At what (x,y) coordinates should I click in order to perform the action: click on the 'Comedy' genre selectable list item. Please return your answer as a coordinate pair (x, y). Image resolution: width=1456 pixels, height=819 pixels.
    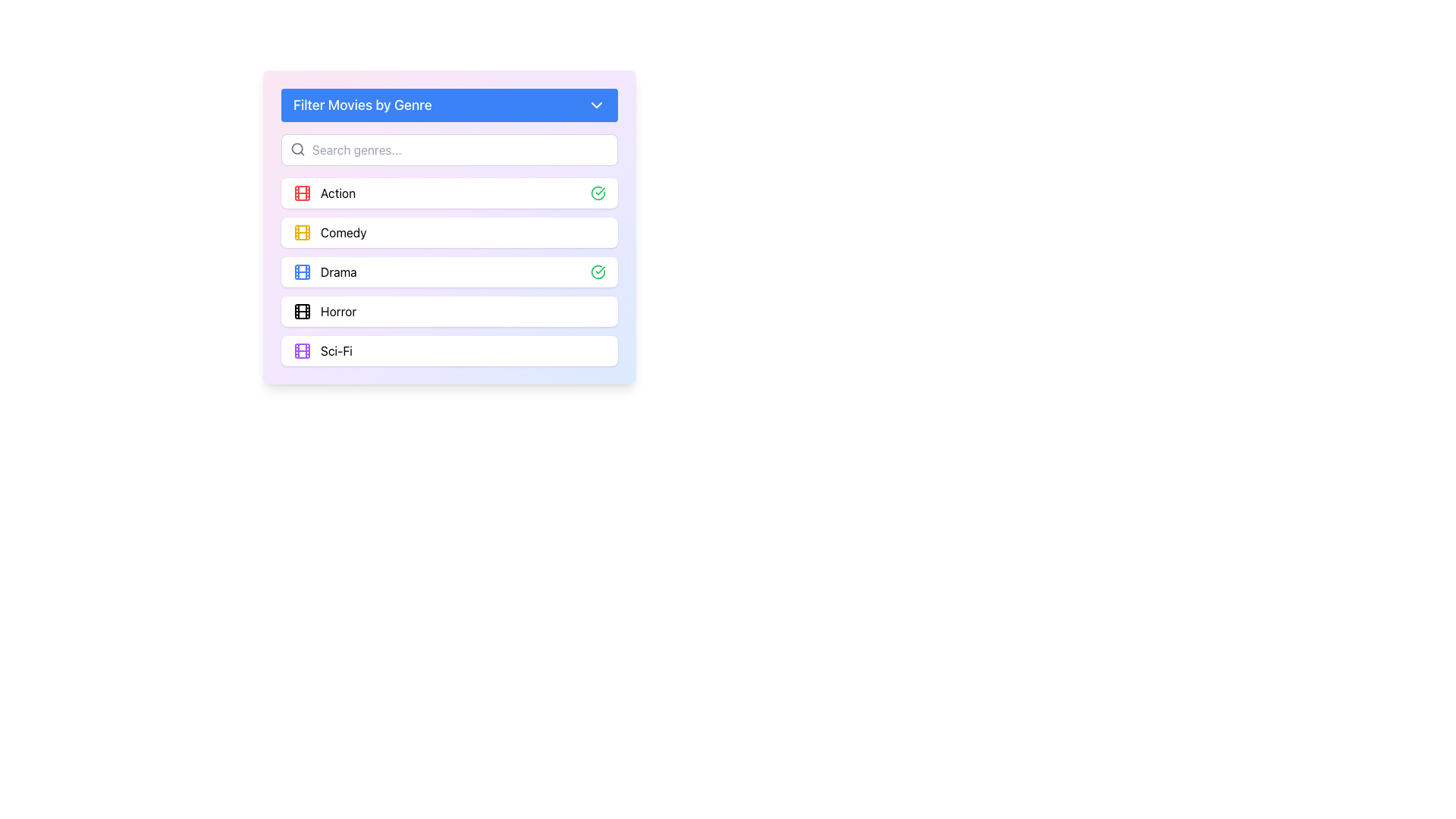
    Looking at the image, I should click on (449, 233).